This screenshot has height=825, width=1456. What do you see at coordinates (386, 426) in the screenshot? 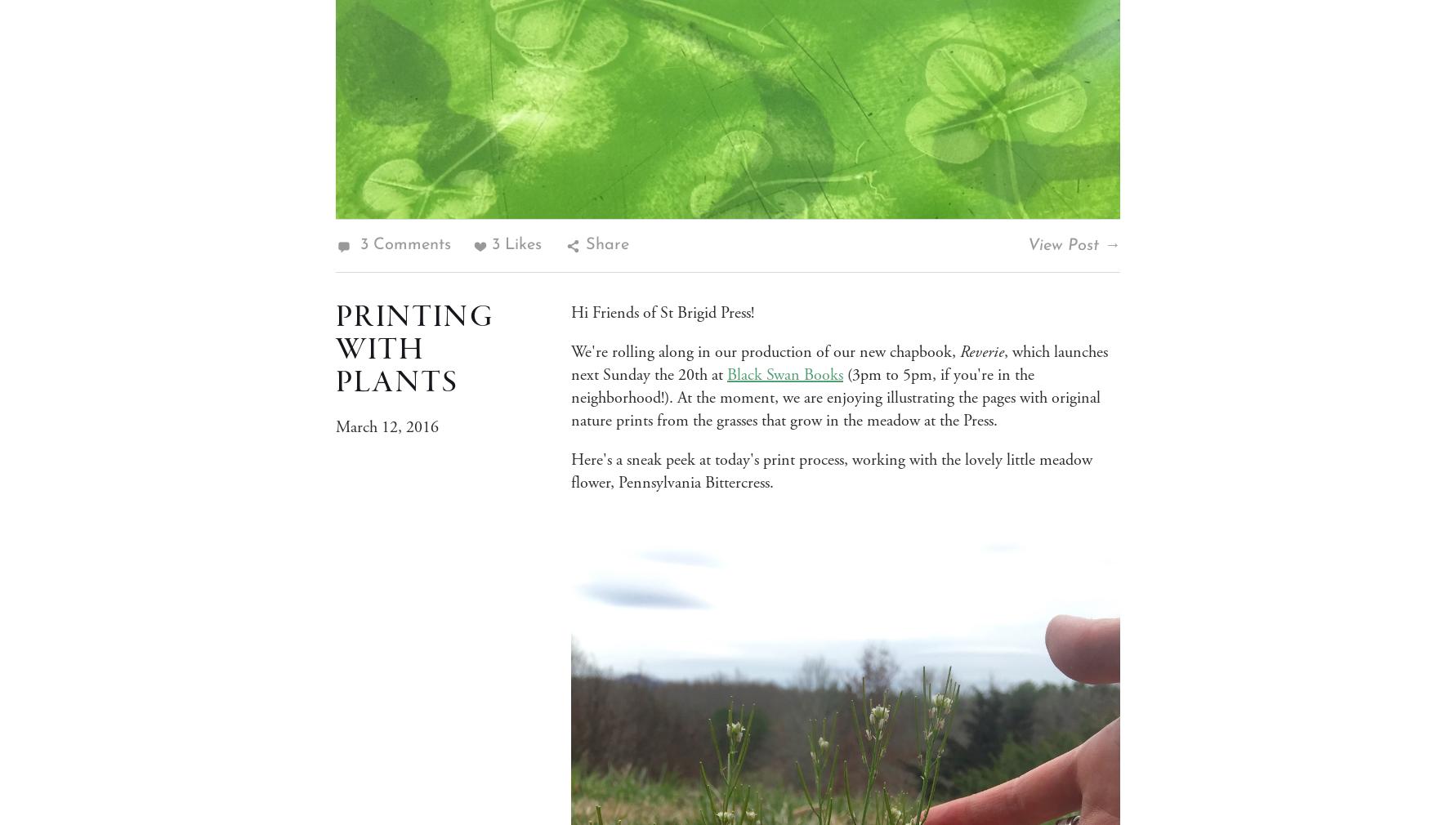
I see `'March 12, 2016'` at bounding box center [386, 426].